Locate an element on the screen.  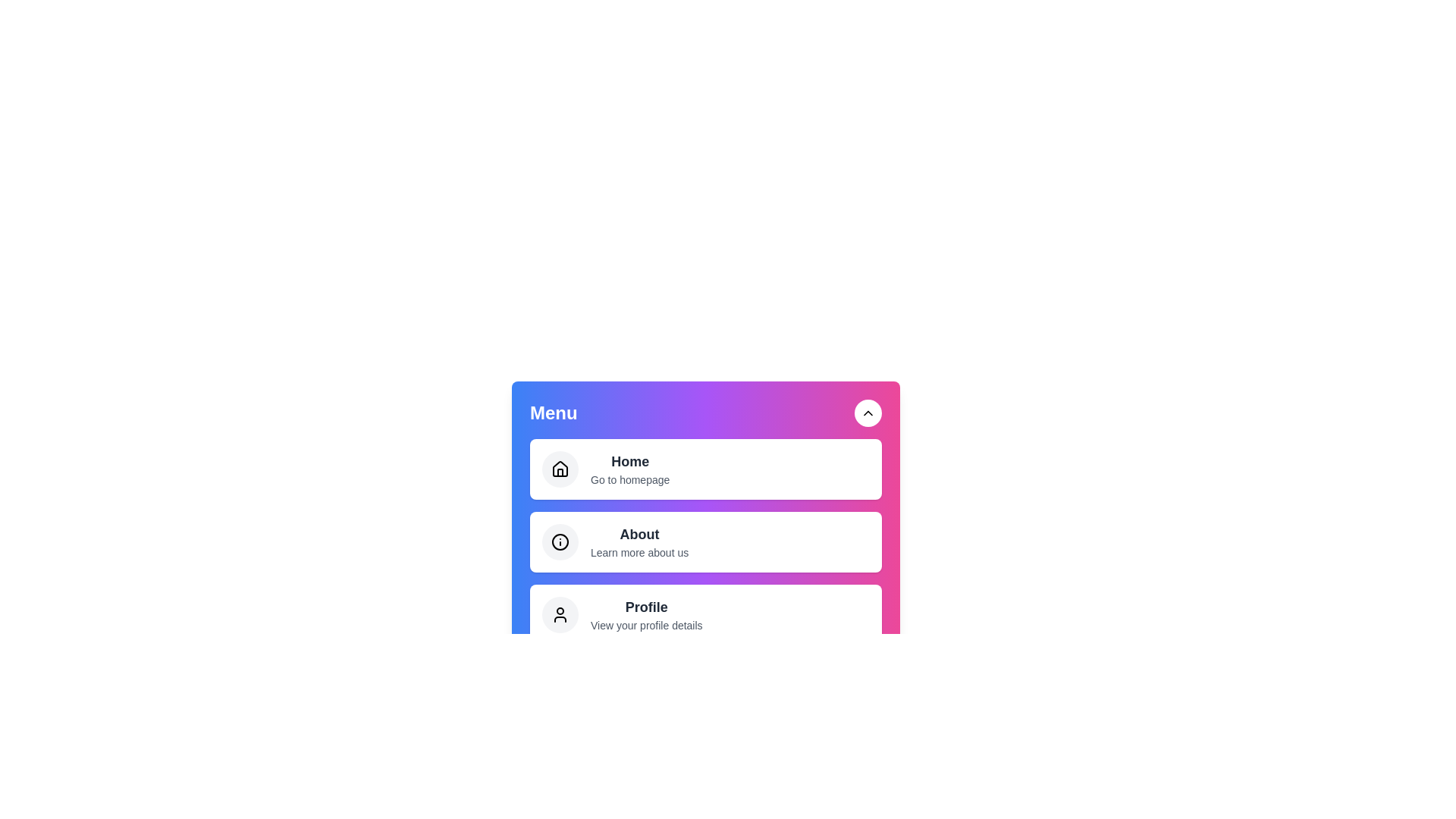
the icon corresponding to the menu item labeled 'About' is located at coordinates (560, 541).